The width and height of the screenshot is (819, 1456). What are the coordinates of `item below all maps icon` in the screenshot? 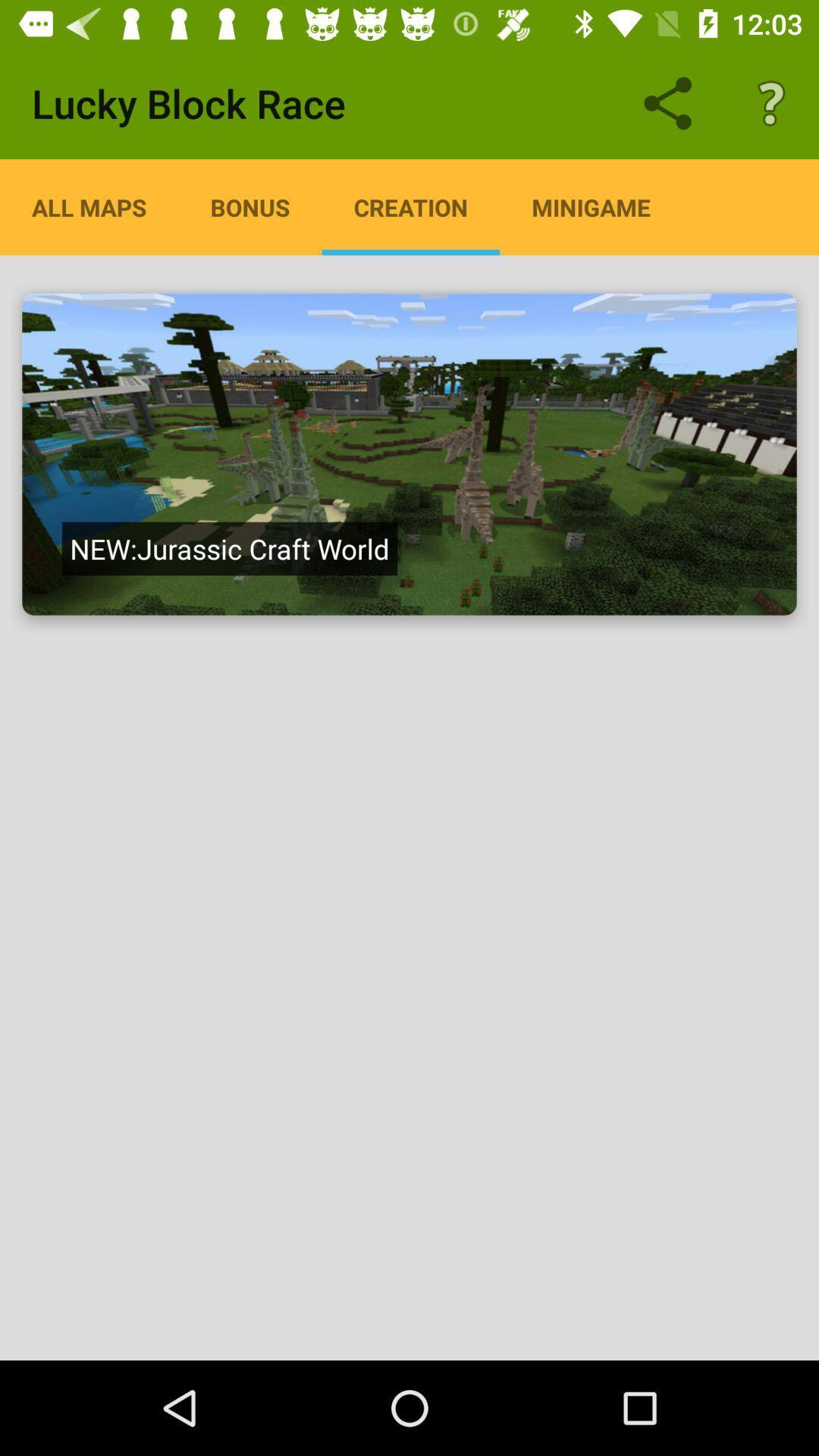 It's located at (230, 548).